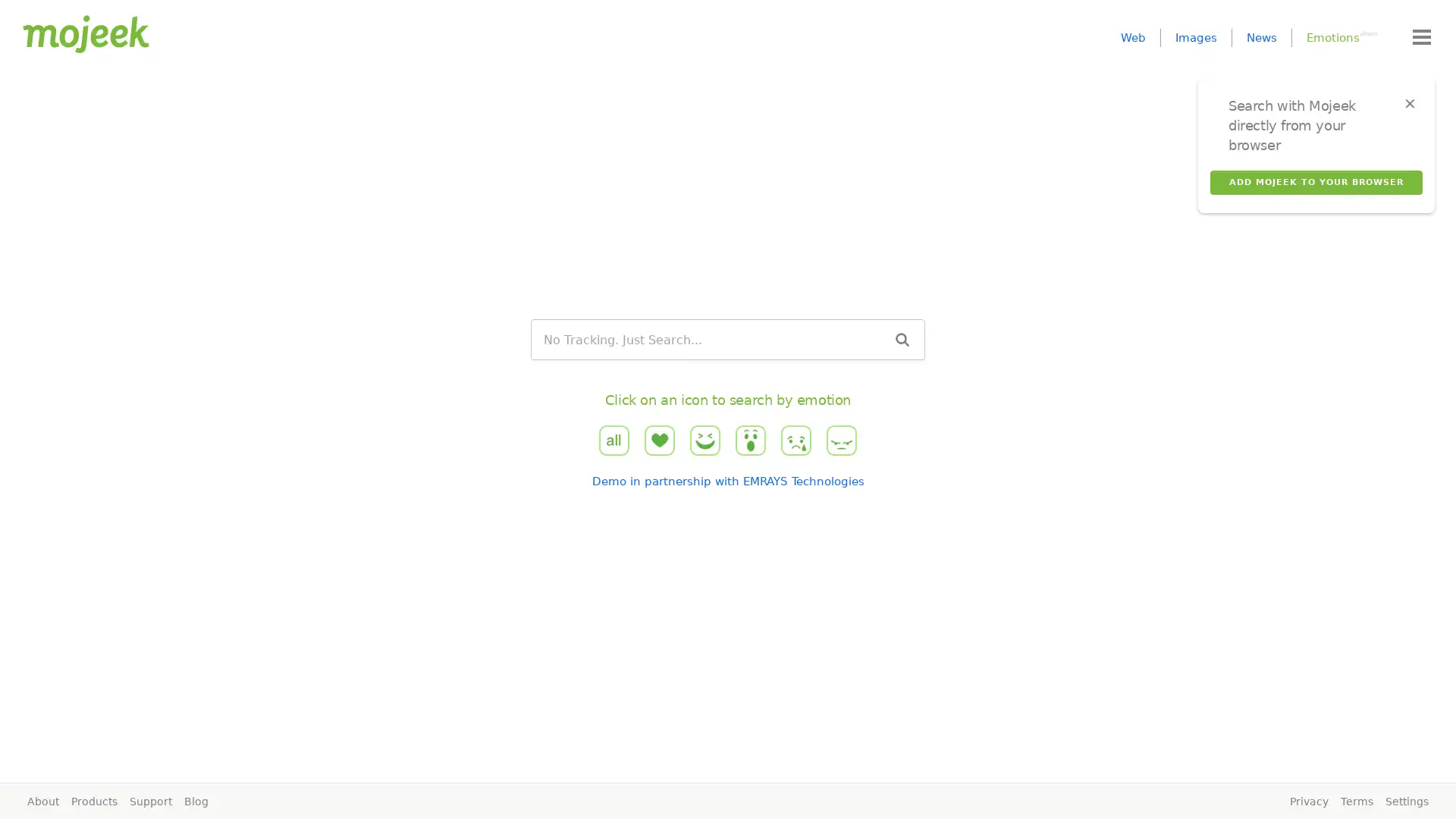 The height and width of the screenshot is (819, 1456). What do you see at coordinates (795, 441) in the screenshot?
I see `sad` at bounding box center [795, 441].